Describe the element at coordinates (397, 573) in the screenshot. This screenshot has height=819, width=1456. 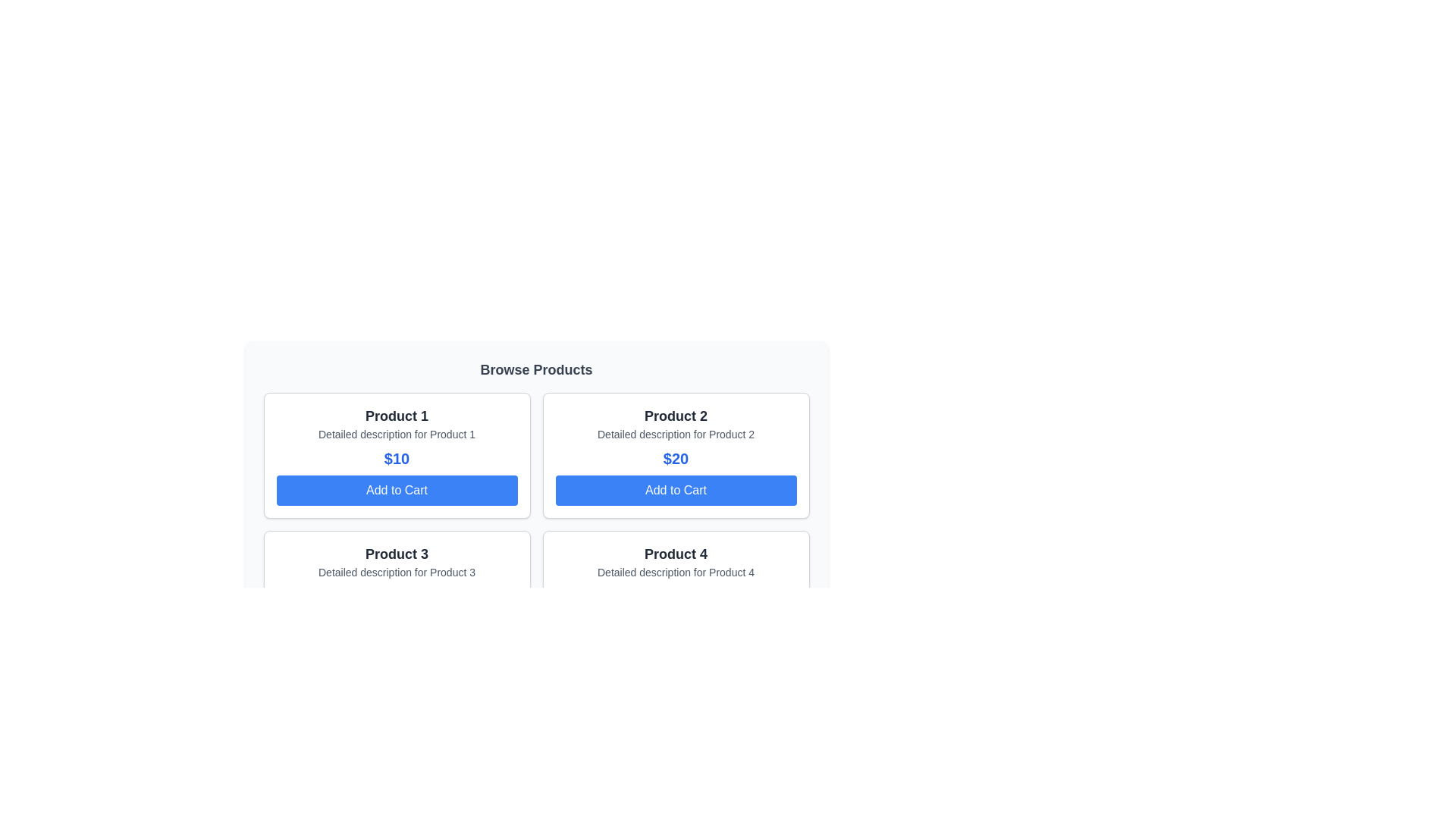
I see `text label that states 'Detailed description for Product 3', which is located below the title 'Product 3' in the lower-left product card` at that location.